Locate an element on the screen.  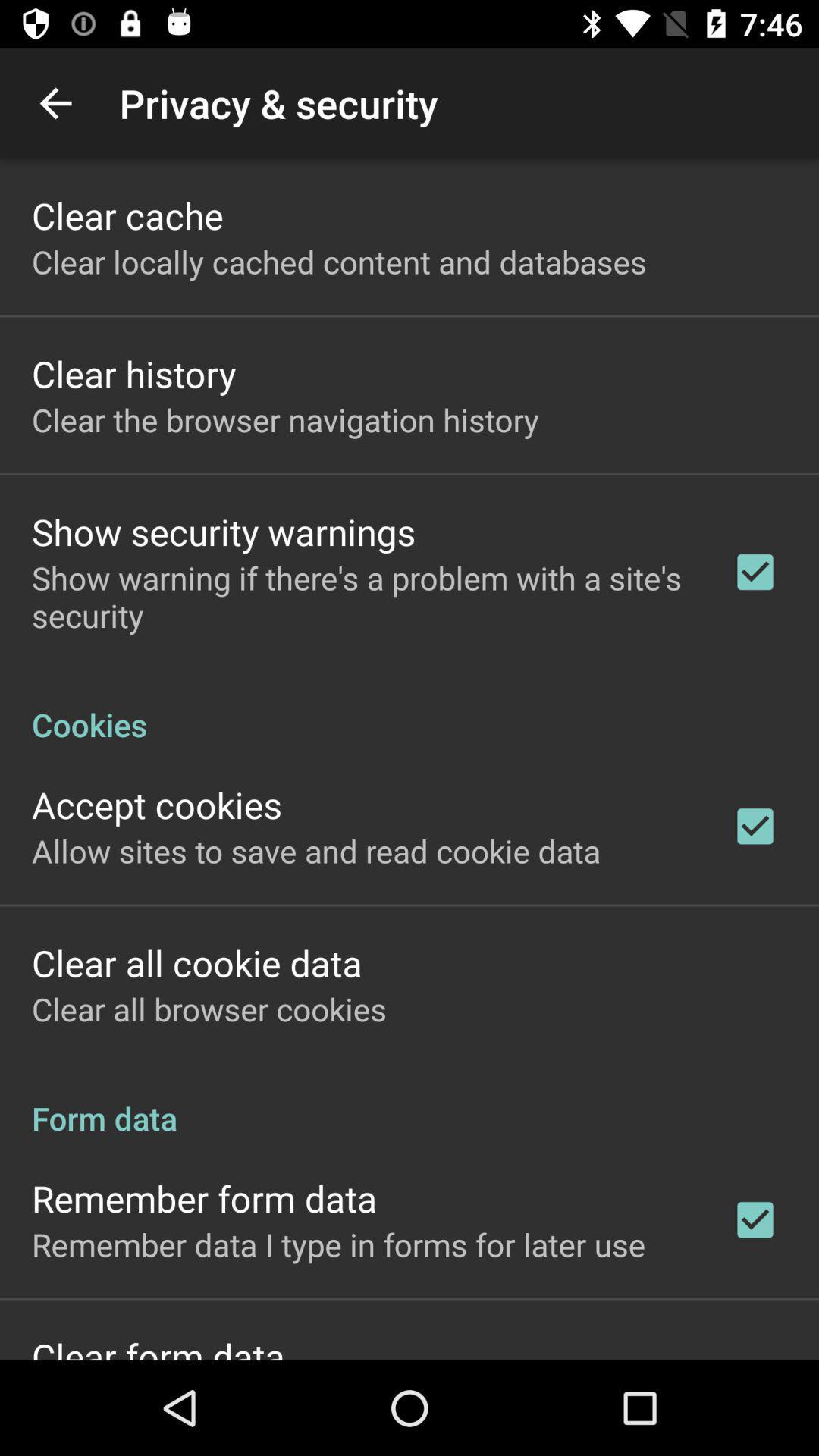
clear locally cached app is located at coordinates (338, 262).